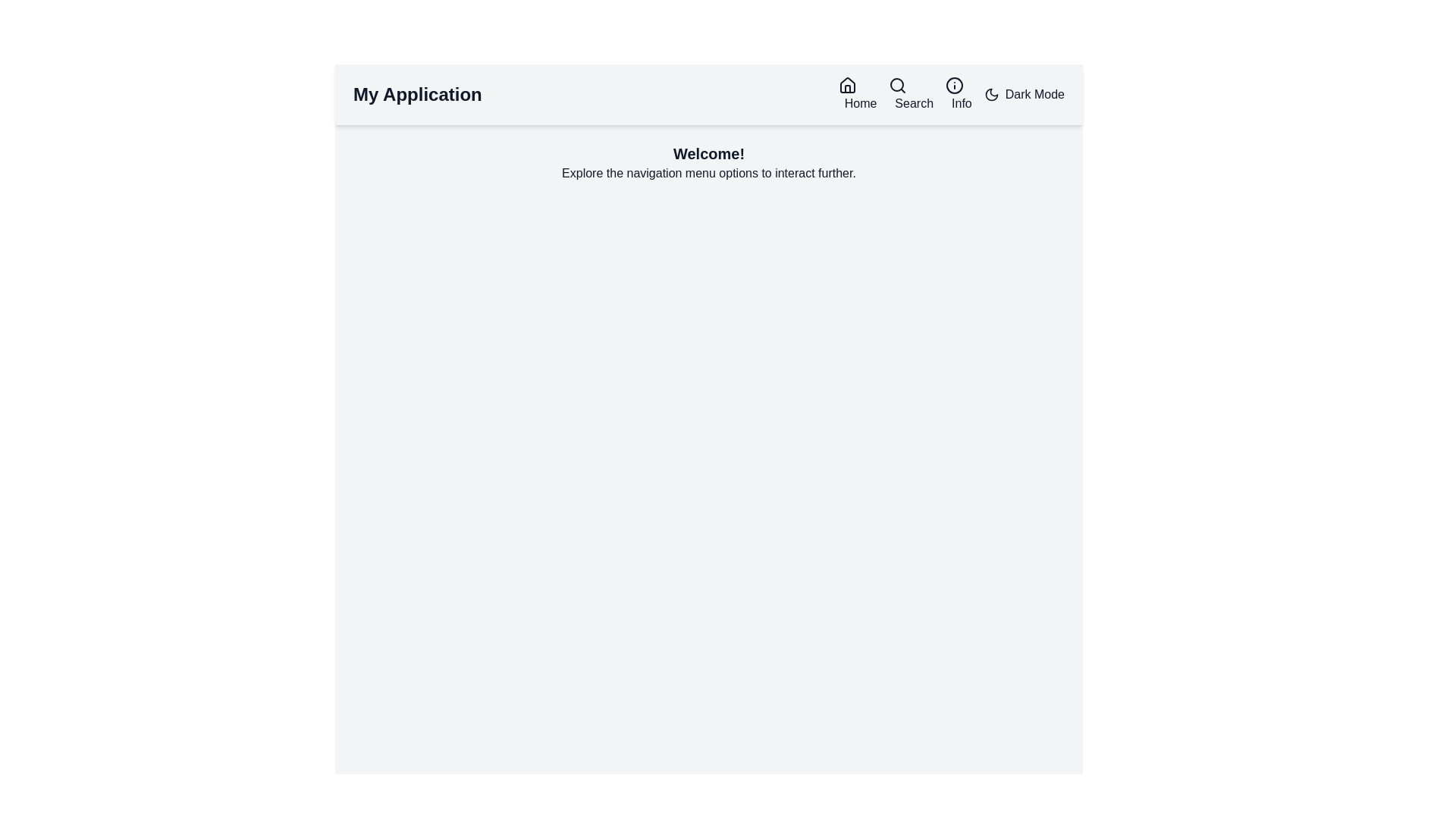 Image resolution: width=1456 pixels, height=819 pixels. What do you see at coordinates (958, 94) in the screenshot?
I see `the circular 'Info' button with an 'i' icon to trigger the tooltip or visual effect` at bounding box center [958, 94].